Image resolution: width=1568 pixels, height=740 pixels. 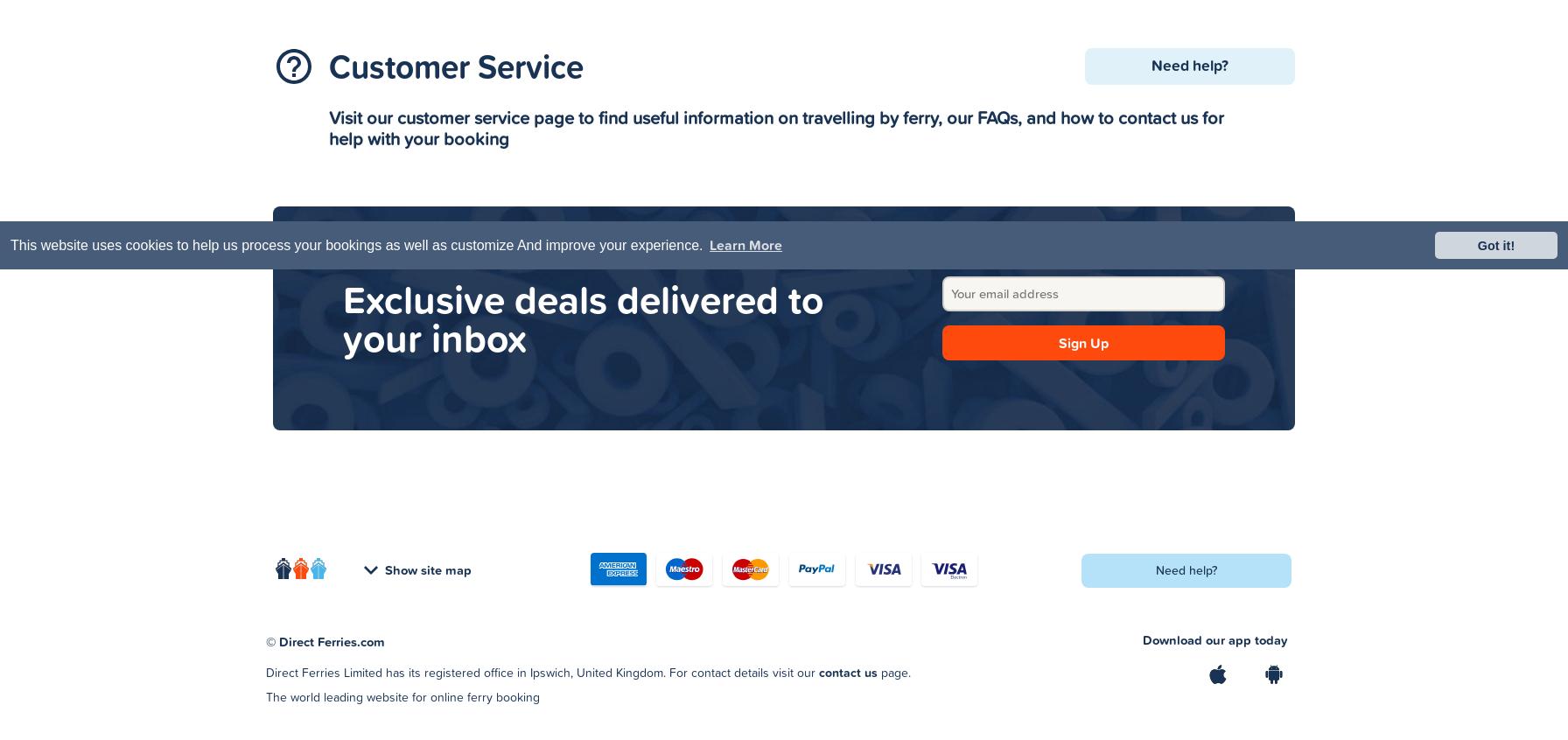 What do you see at coordinates (710, 245) in the screenshot?
I see `'Learn More'` at bounding box center [710, 245].